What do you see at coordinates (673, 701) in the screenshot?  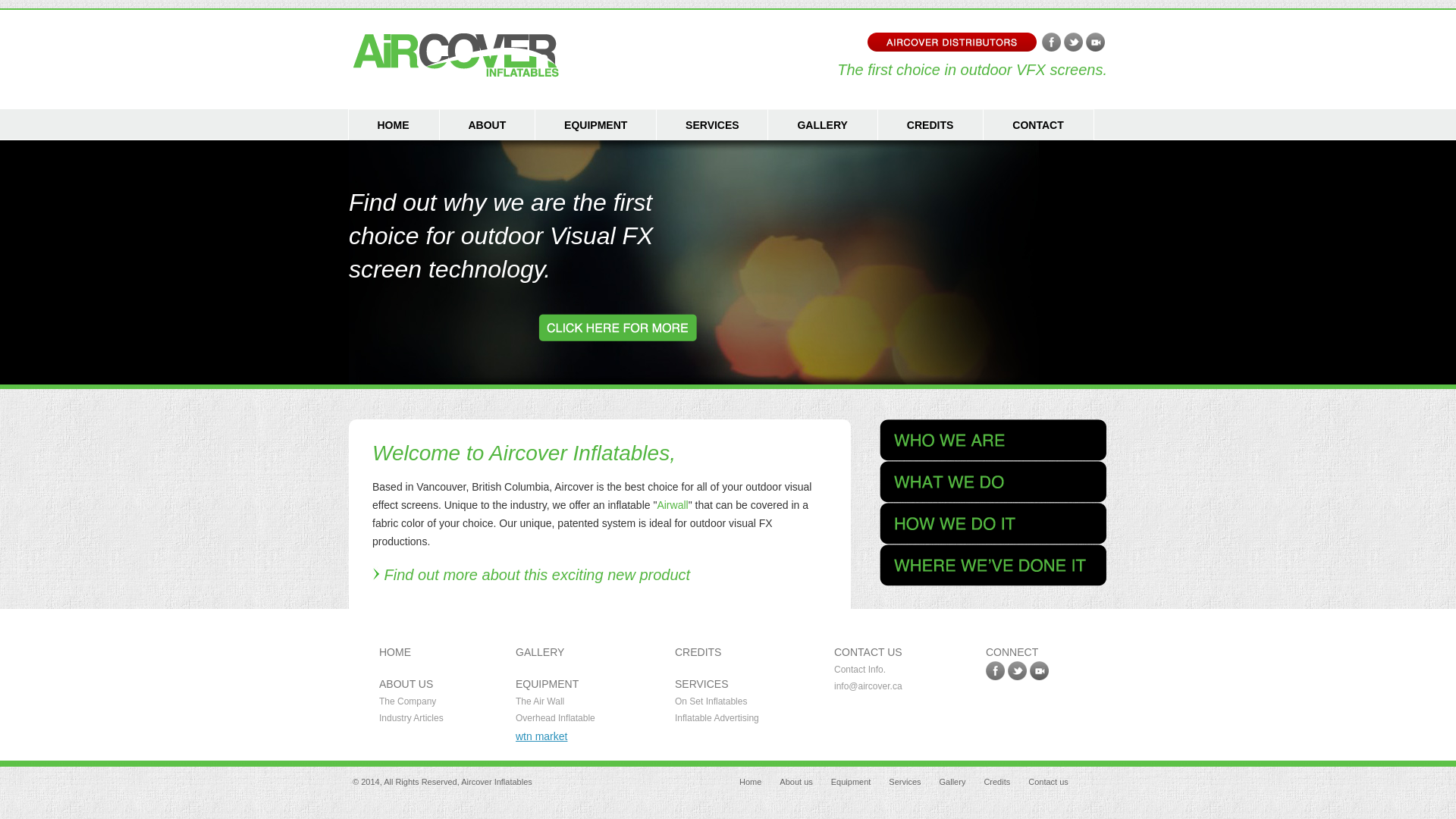 I see `'On Set Inflatables'` at bounding box center [673, 701].